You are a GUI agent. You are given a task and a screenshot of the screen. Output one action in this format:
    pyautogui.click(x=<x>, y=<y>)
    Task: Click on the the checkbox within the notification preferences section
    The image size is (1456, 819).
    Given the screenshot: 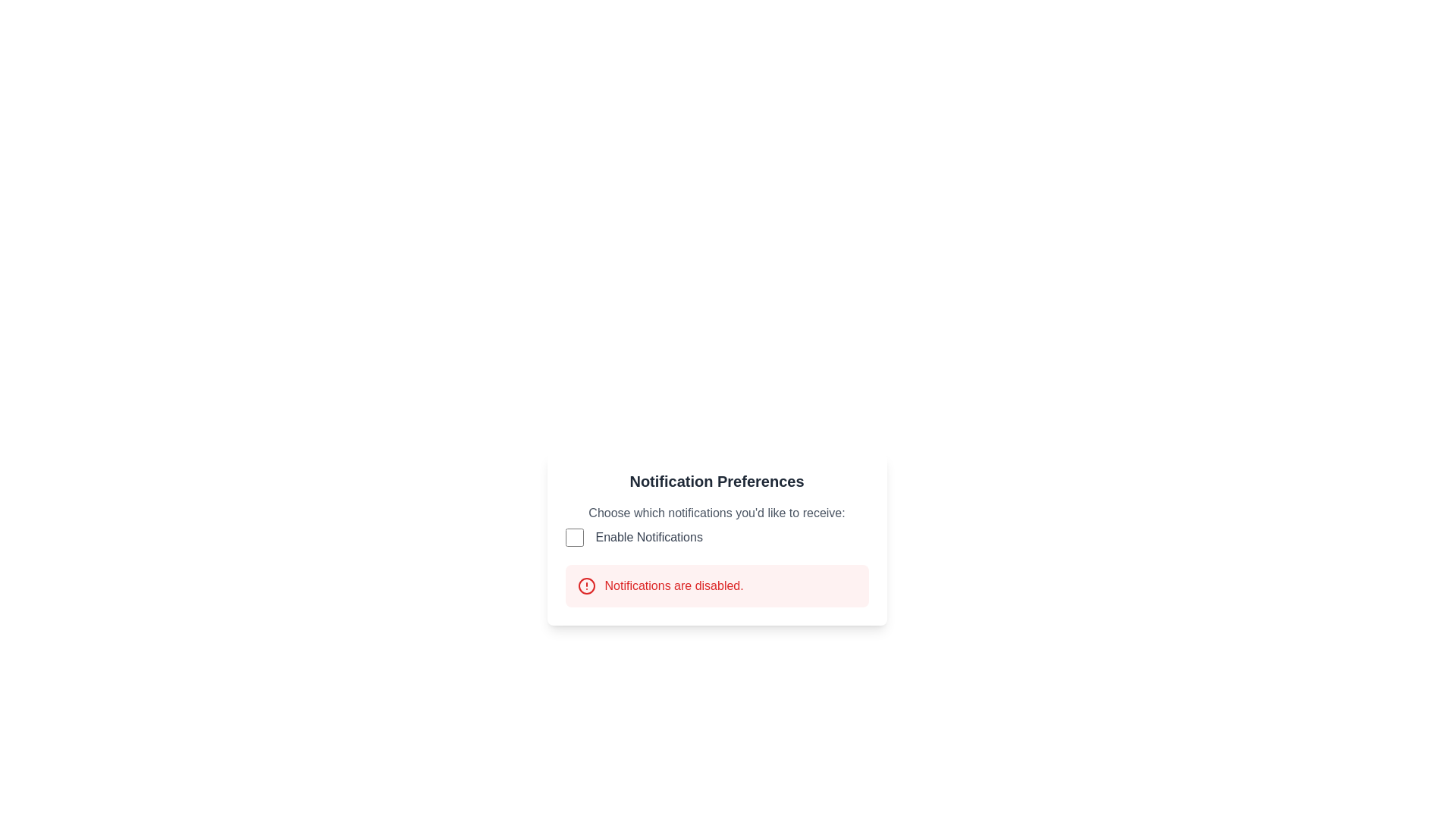 What is the action you would take?
    pyautogui.click(x=716, y=525)
    